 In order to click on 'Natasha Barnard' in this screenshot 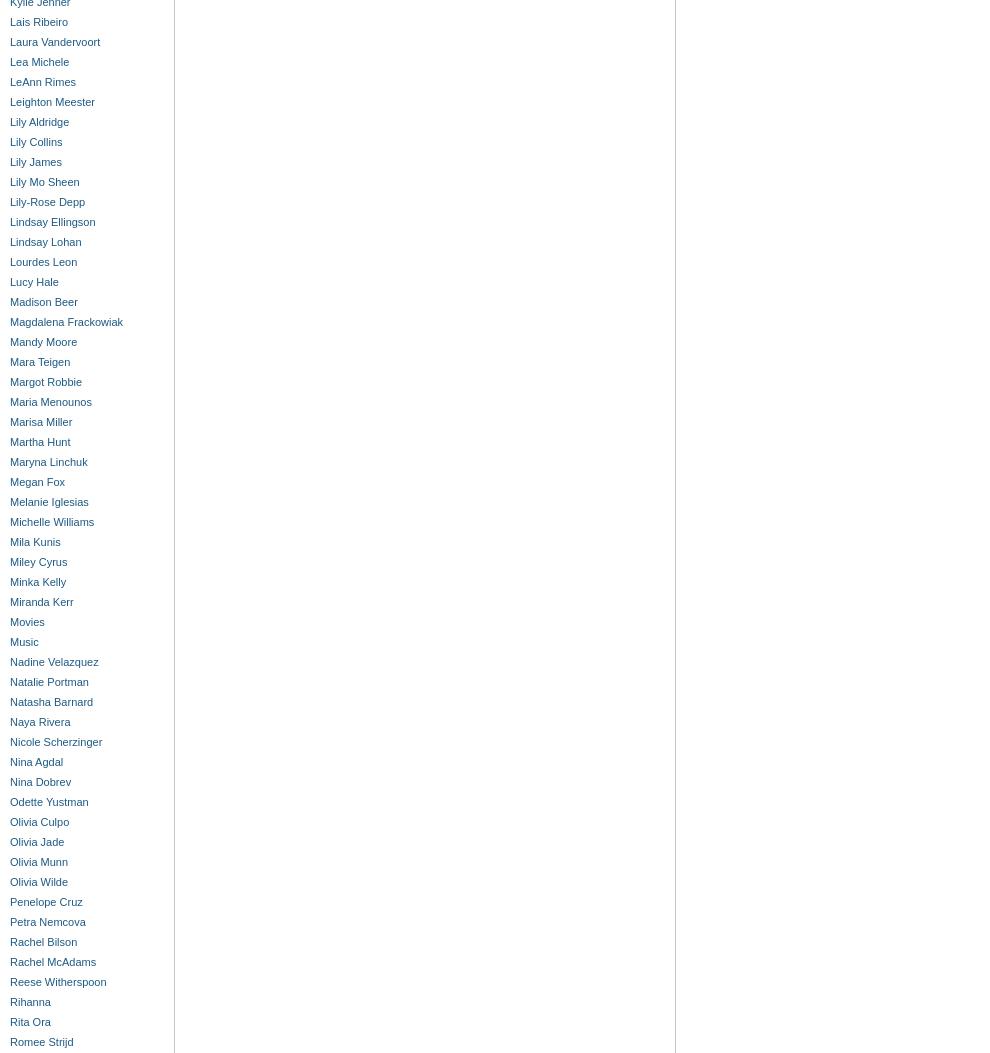, I will do `click(51, 702)`.